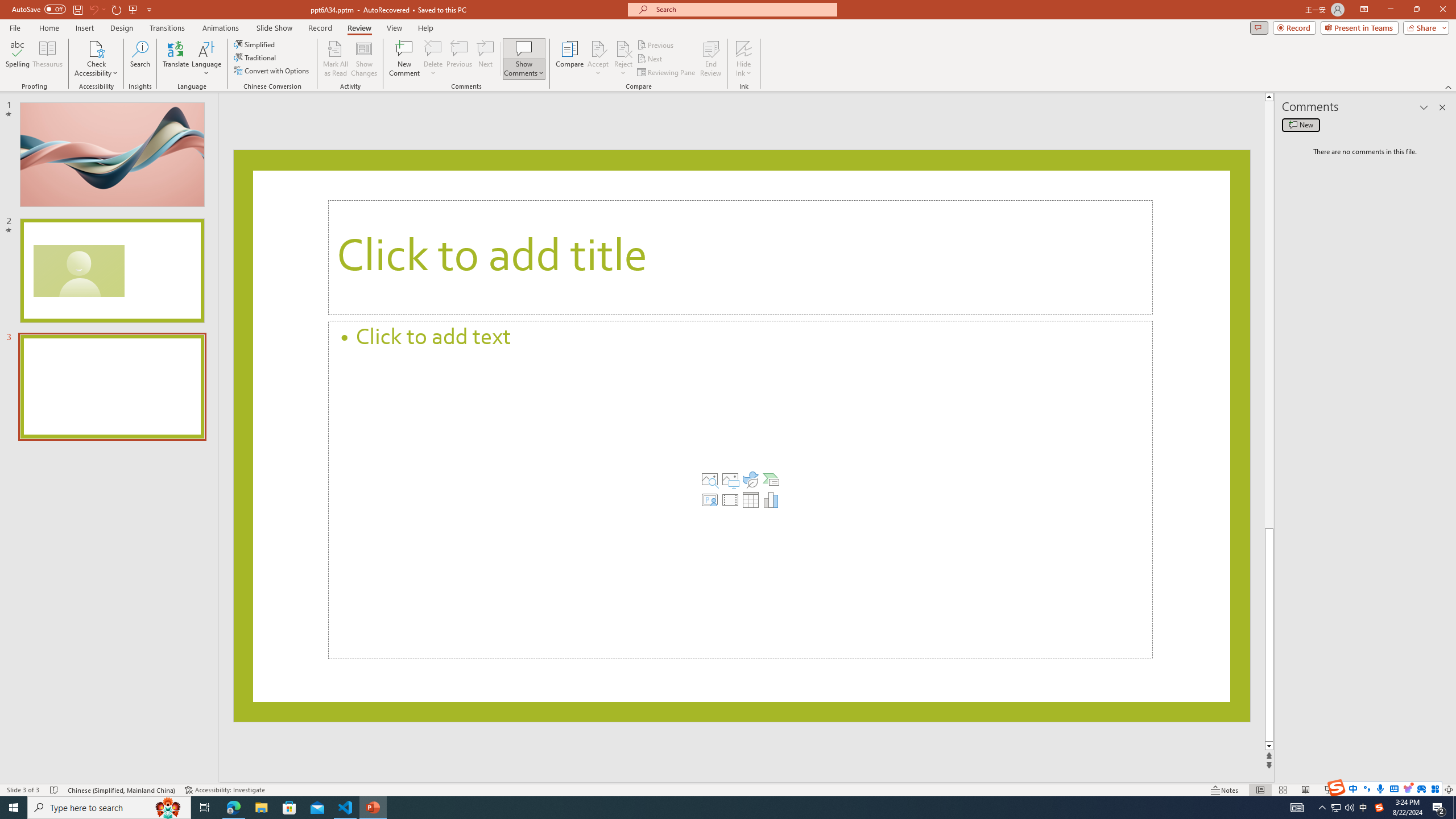  What do you see at coordinates (336, 59) in the screenshot?
I see `'Mark All as Read'` at bounding box center [336, 59].